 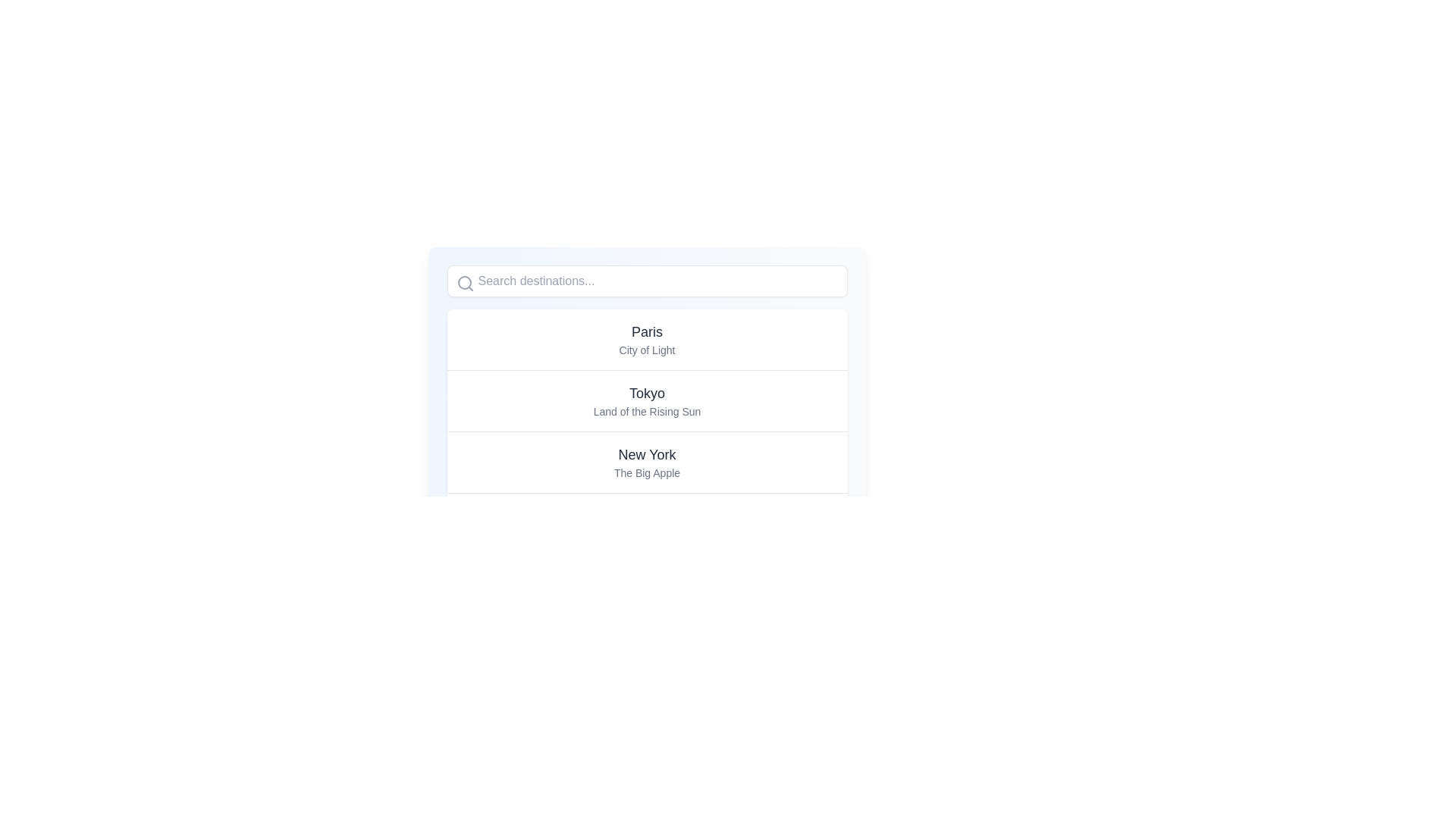 What do you see at coordinates (647, 400) in the screenshot?
I see `the clickable item in the list that provides information about the city of Tokyo, which is the second item in the list between Paris and New York` at bounding box center [647, 400].